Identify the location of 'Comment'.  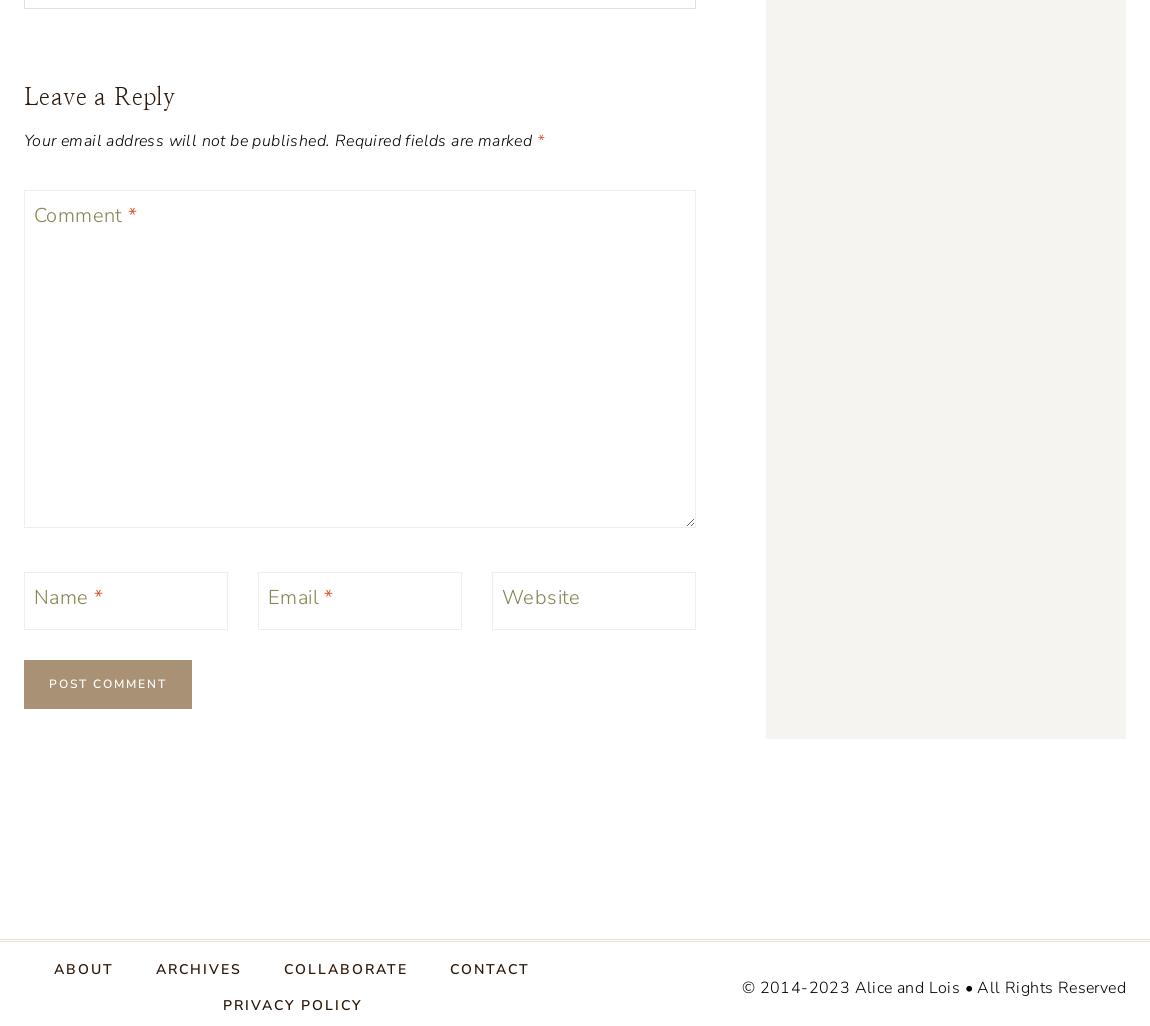
(33, 214).